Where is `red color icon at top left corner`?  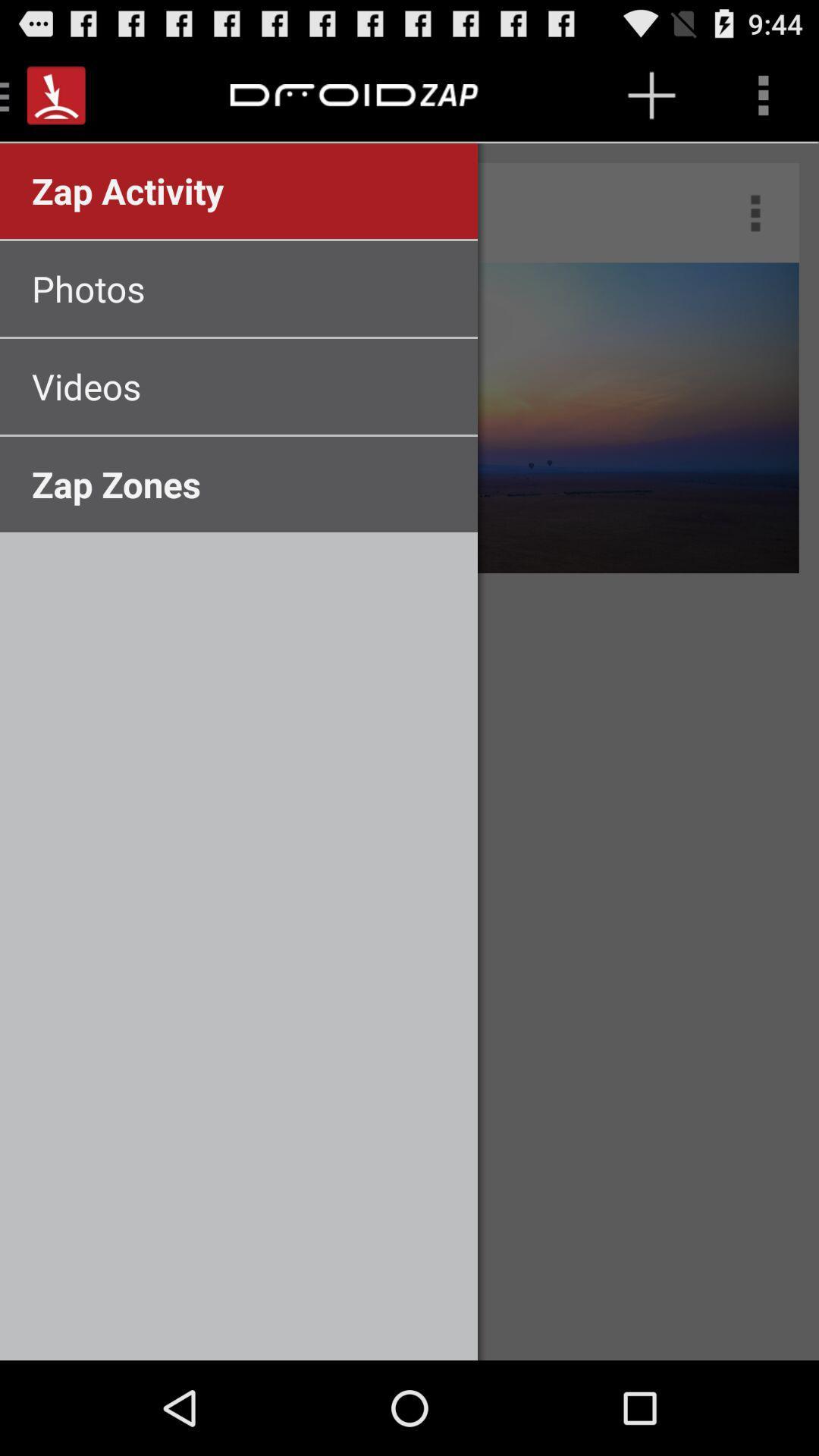 red color icon at top left corner is located at coordinates (55, 94).